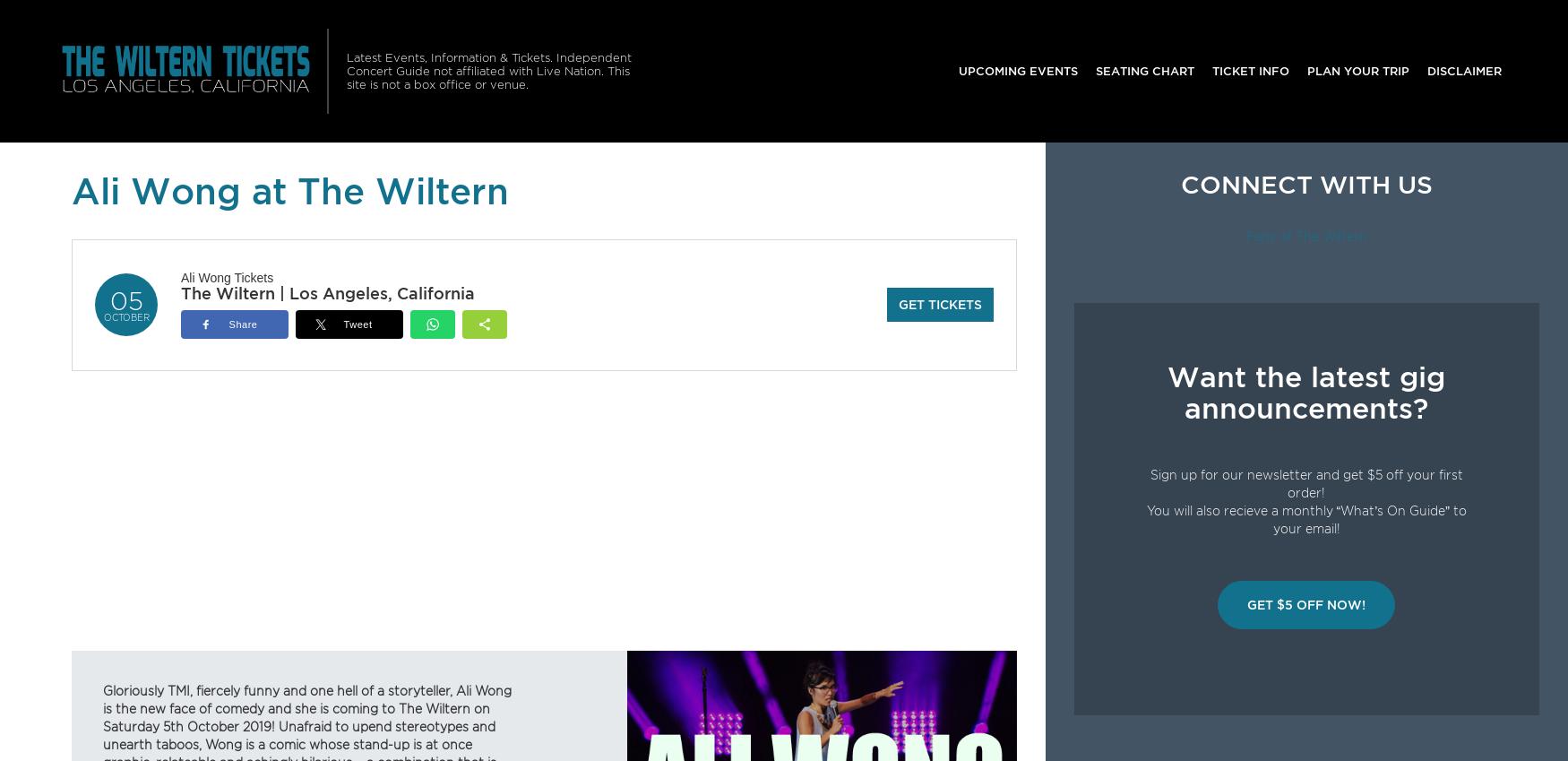 The image size is (1568, 761). What do you see at coordinates (1305, 483) in the screenshot?
I see `'Sign up for our newsletter and get $5 off your first order!'` at bounding box center [1305, 483].